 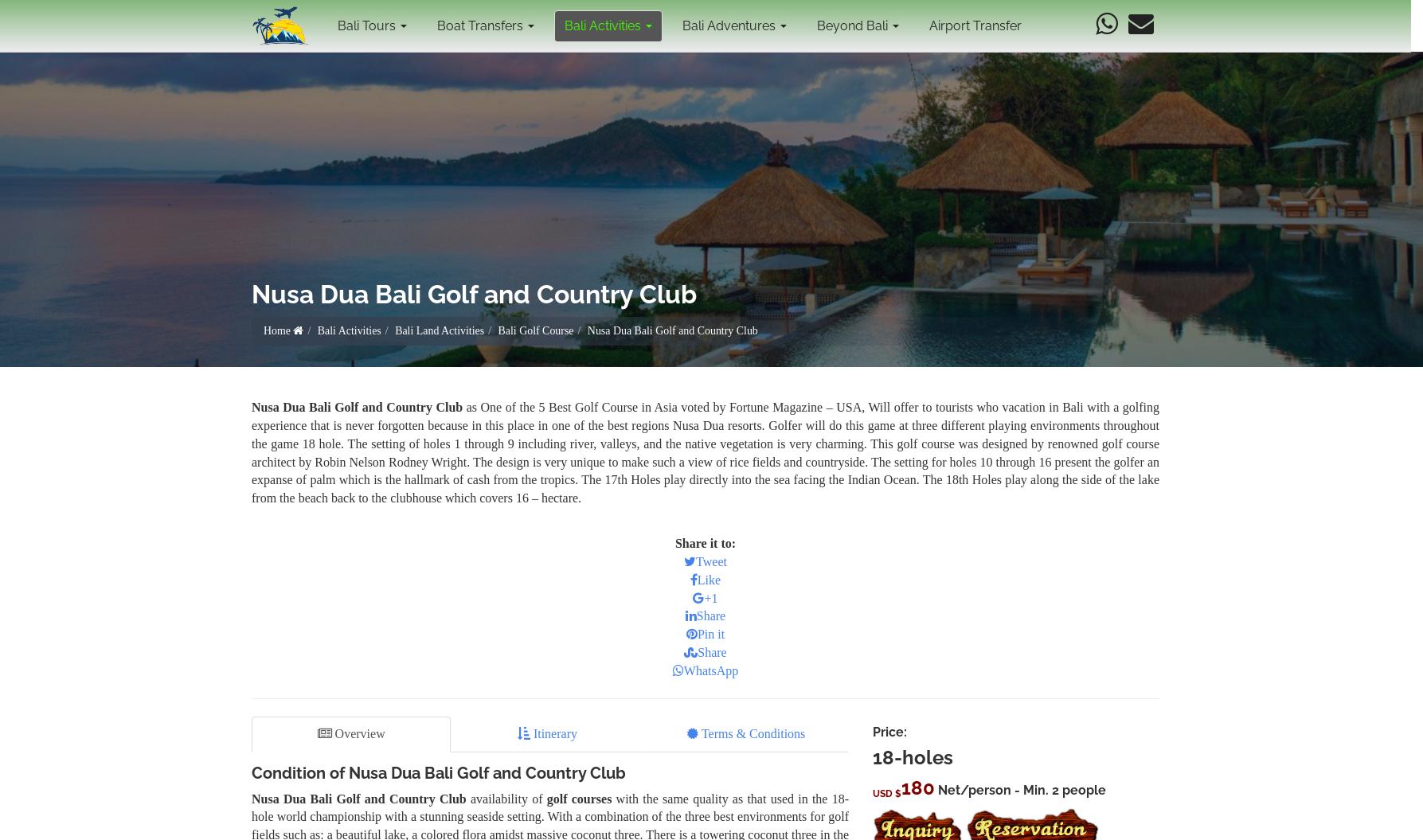 I want to click on 'Net/person - Min. 2 people', so click(x=935, y=789).